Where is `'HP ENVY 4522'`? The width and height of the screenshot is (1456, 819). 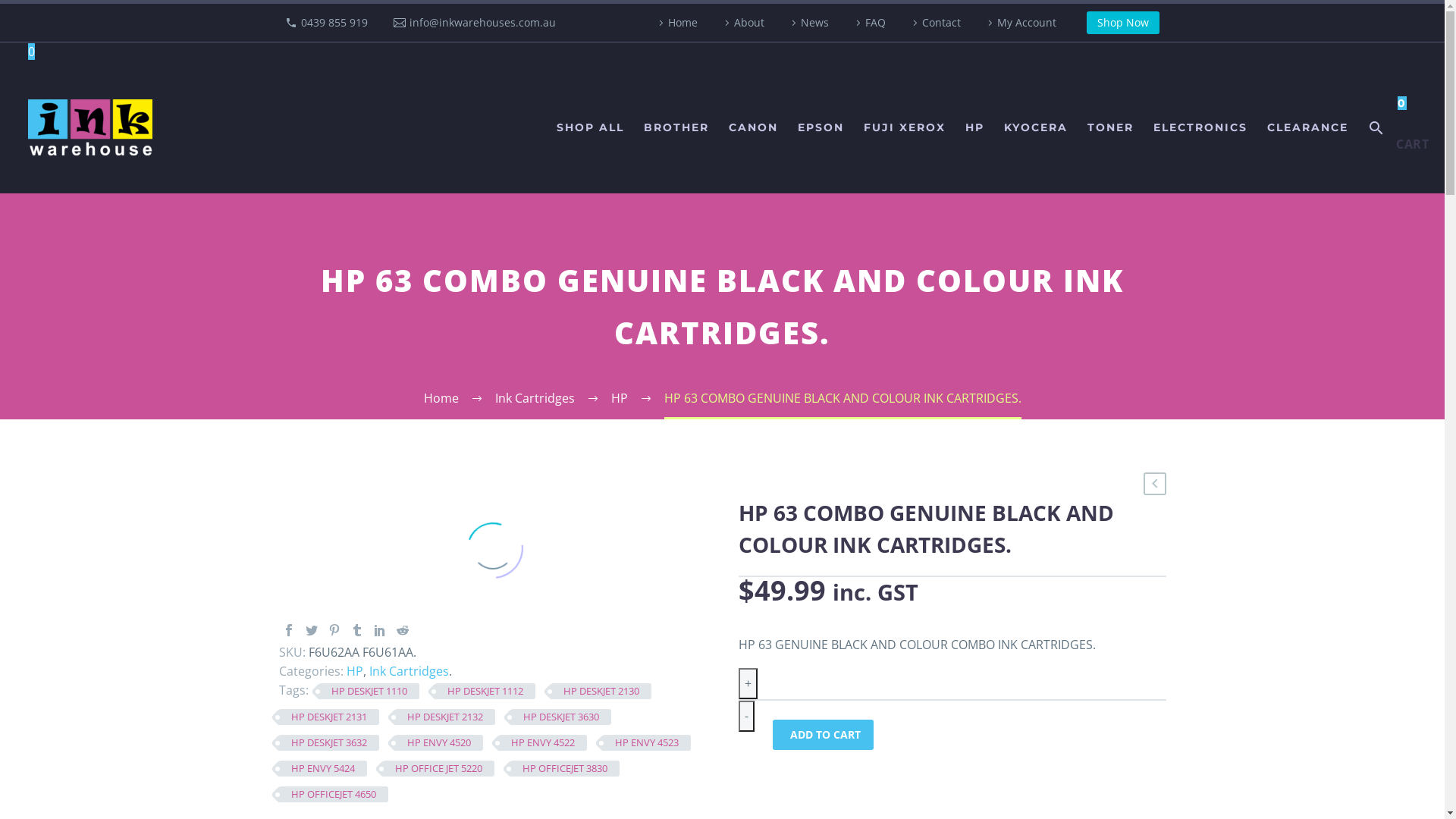
'HP ENVY 4522' is located at coordinates (498, 742).